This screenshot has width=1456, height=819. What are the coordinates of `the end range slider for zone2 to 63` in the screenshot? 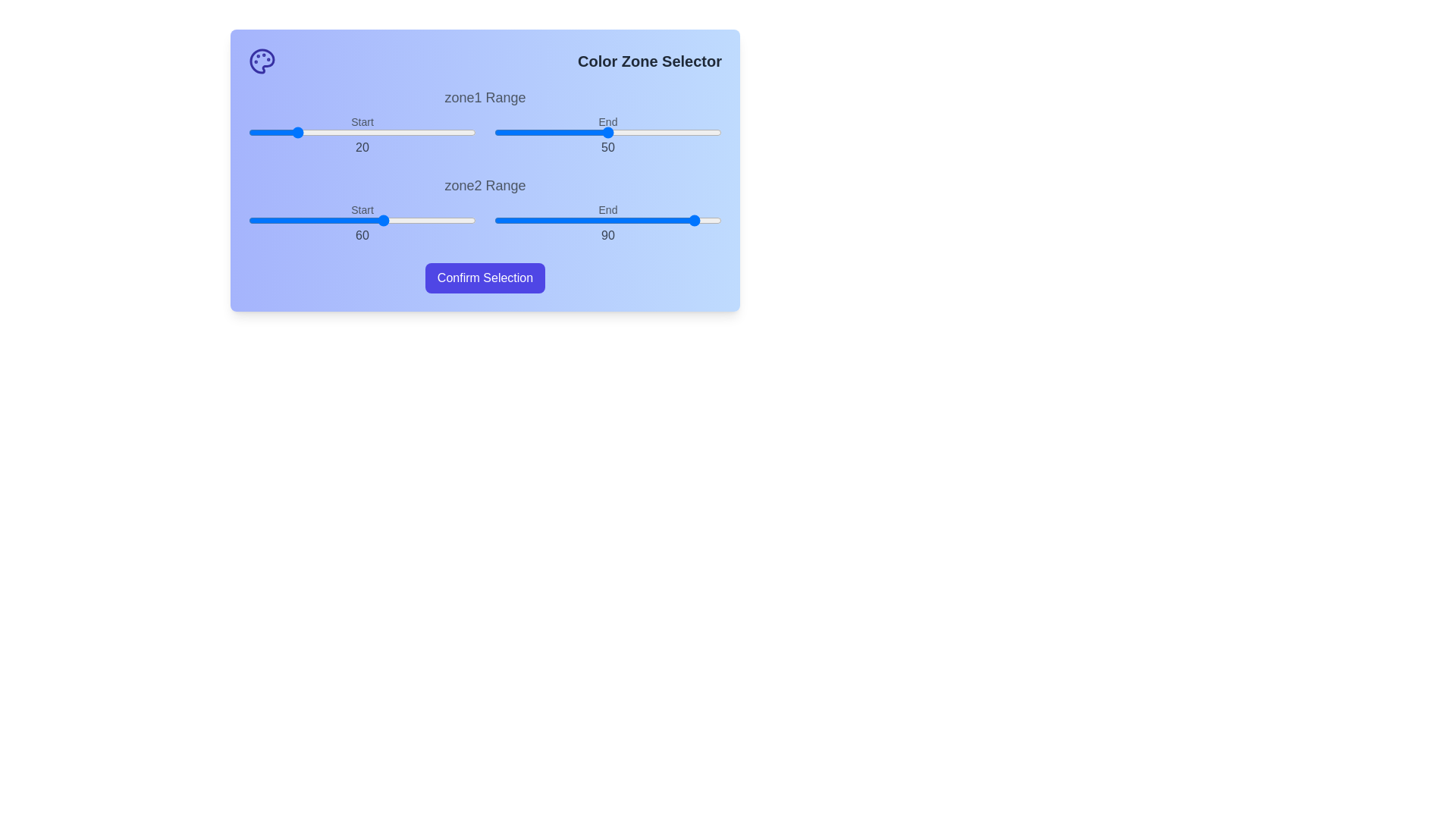 It's located at (637, 220).